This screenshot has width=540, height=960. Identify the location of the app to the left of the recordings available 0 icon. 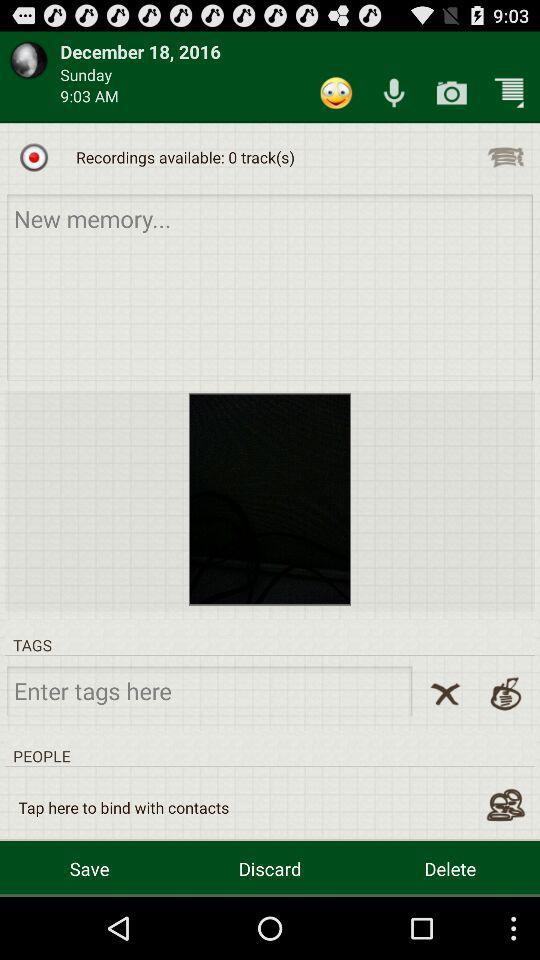
(33, 156).